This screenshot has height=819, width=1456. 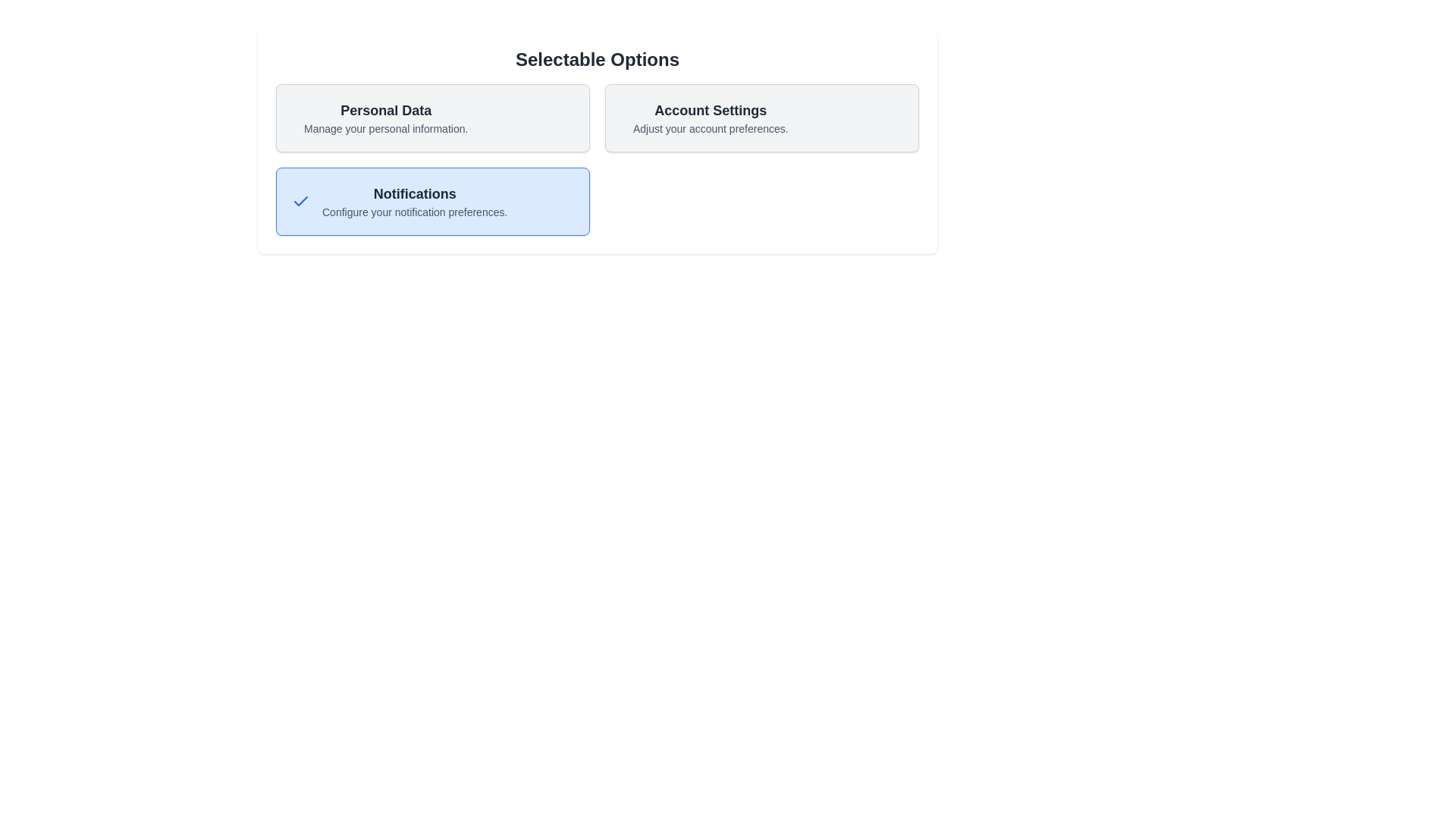 I want to click on the bold text label displaying 'Notifications' which is centrally located within its card, against a light blue background, so click(x=415, y=193).